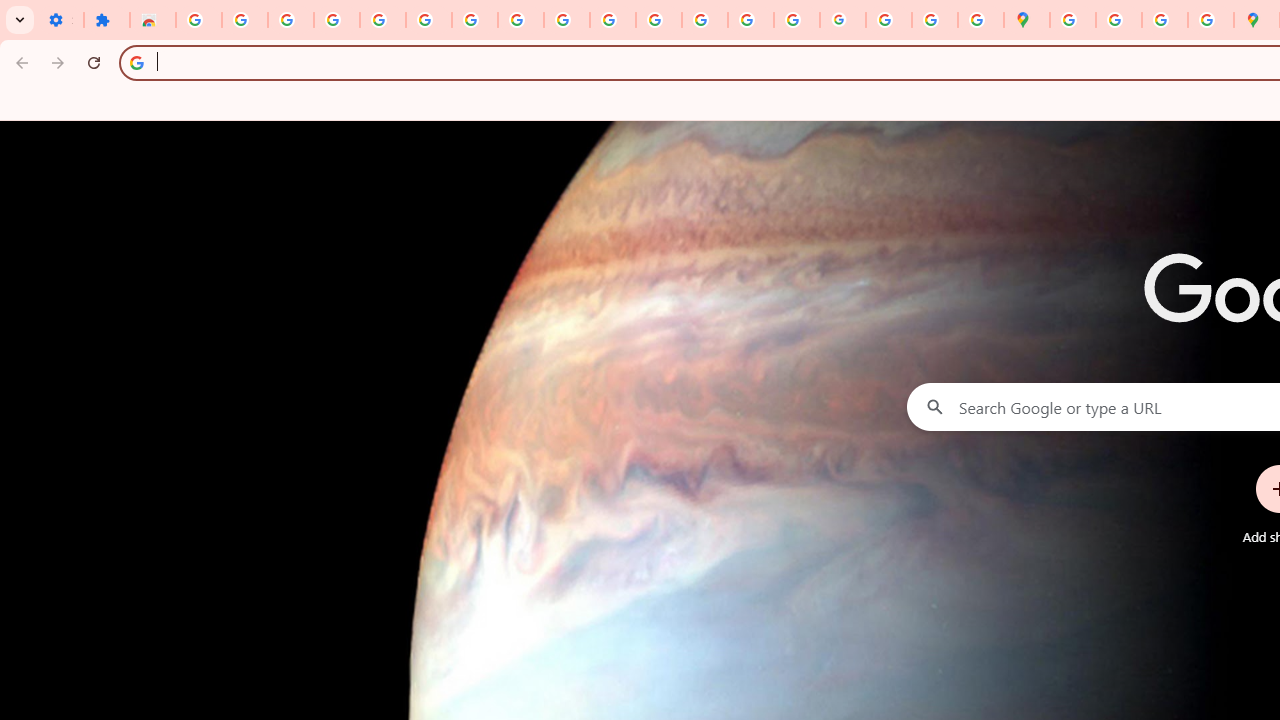  Describe the element at coordinates (60, 20) in the screenshot. I see `'Settings - On startup'` at that location.